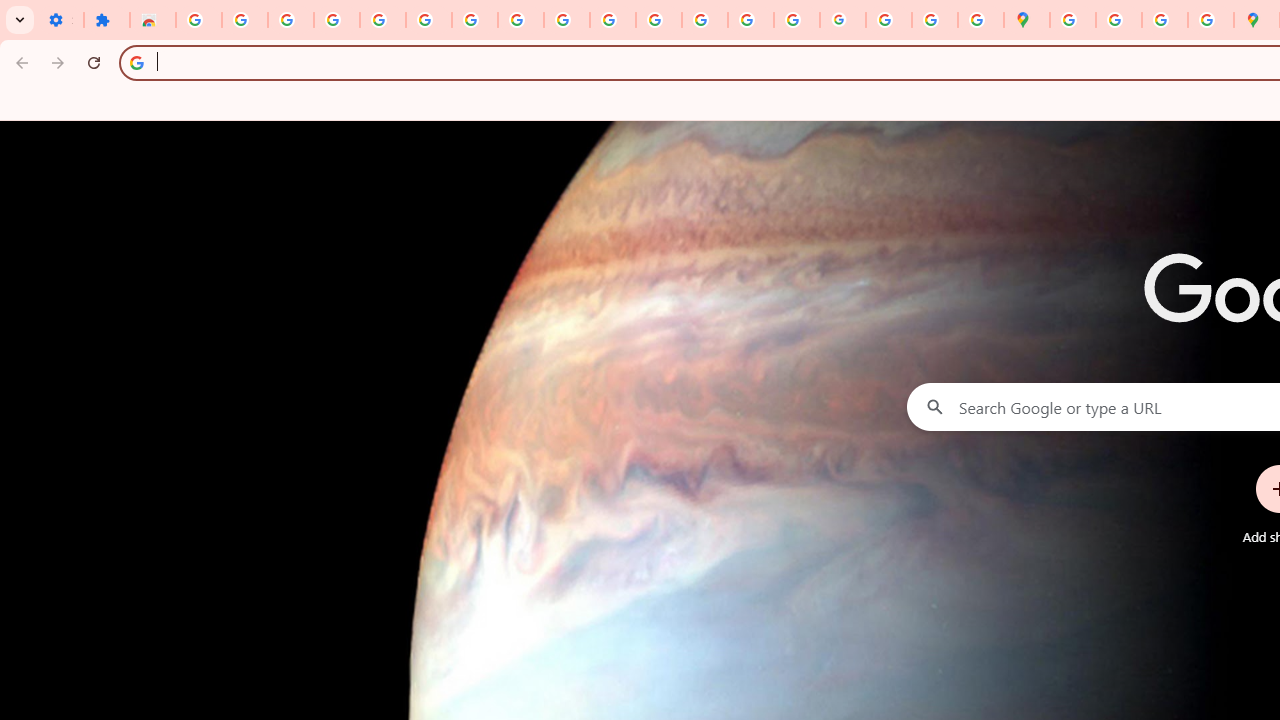  Describe the element at coordinates (60, 20) in the screenshot. I see `'Settings - On startup'` at that location.